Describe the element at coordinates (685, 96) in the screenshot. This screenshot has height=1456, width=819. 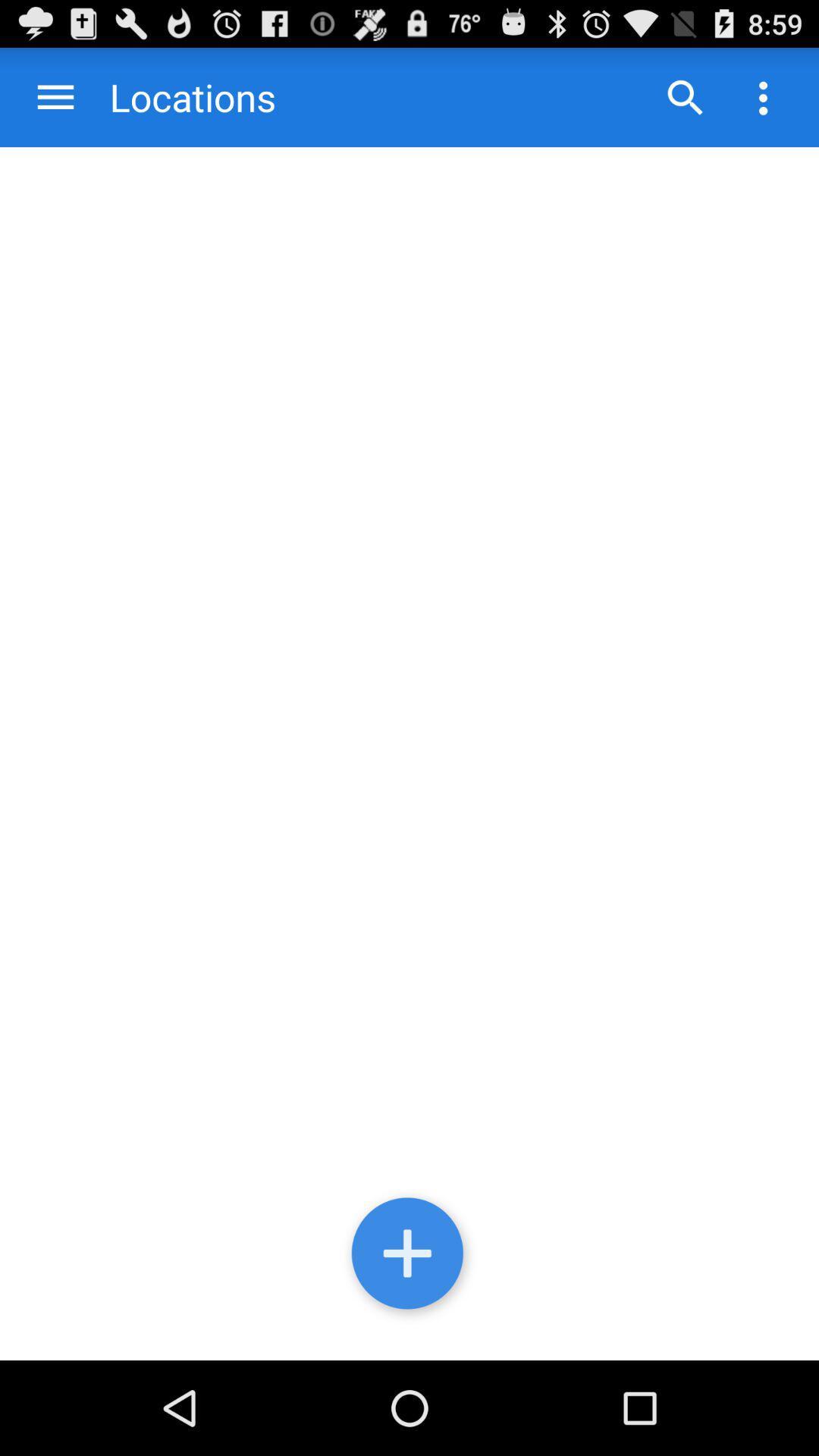
I see `search` at that location.